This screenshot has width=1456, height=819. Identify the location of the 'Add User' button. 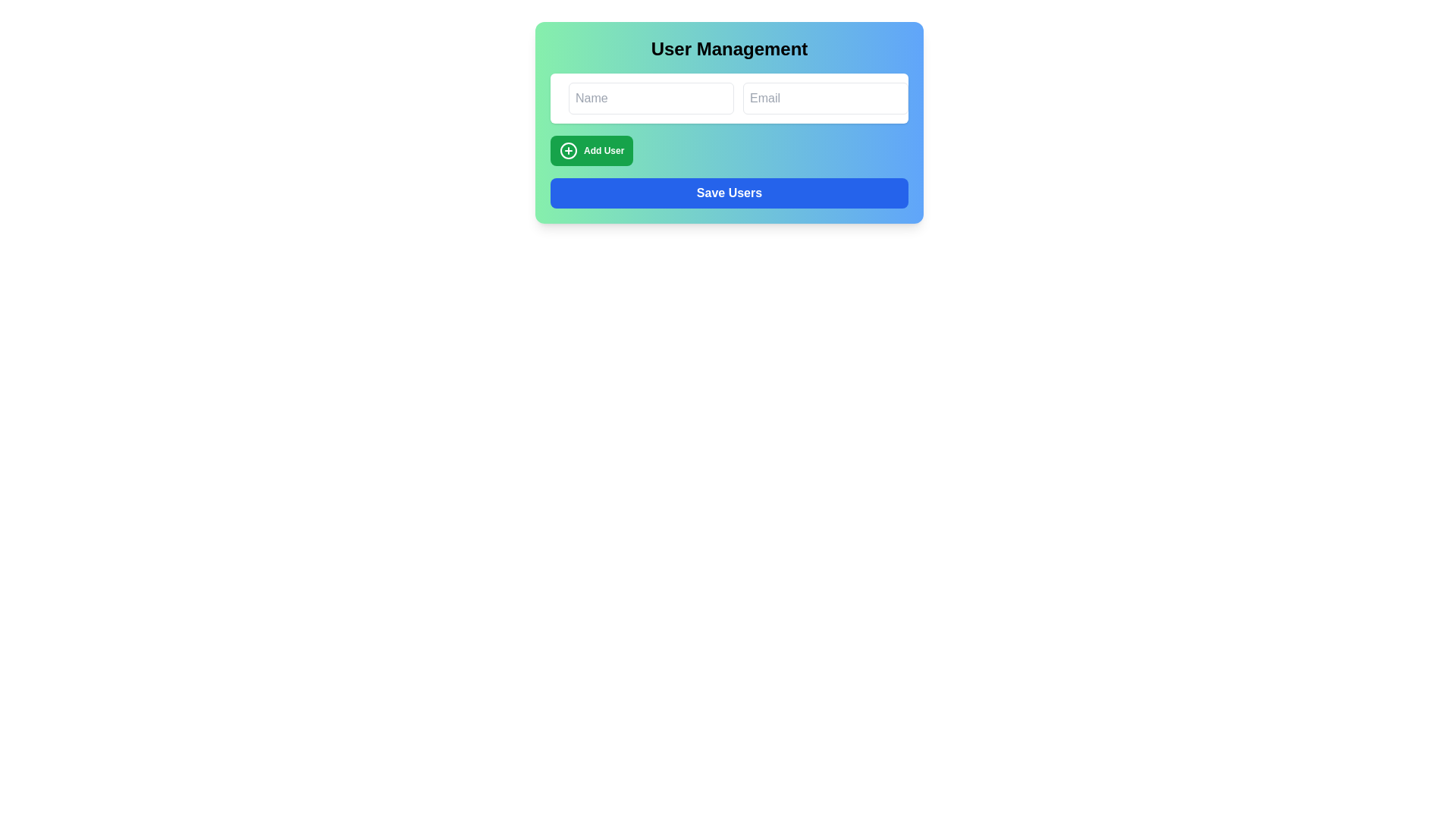
(591, 151).